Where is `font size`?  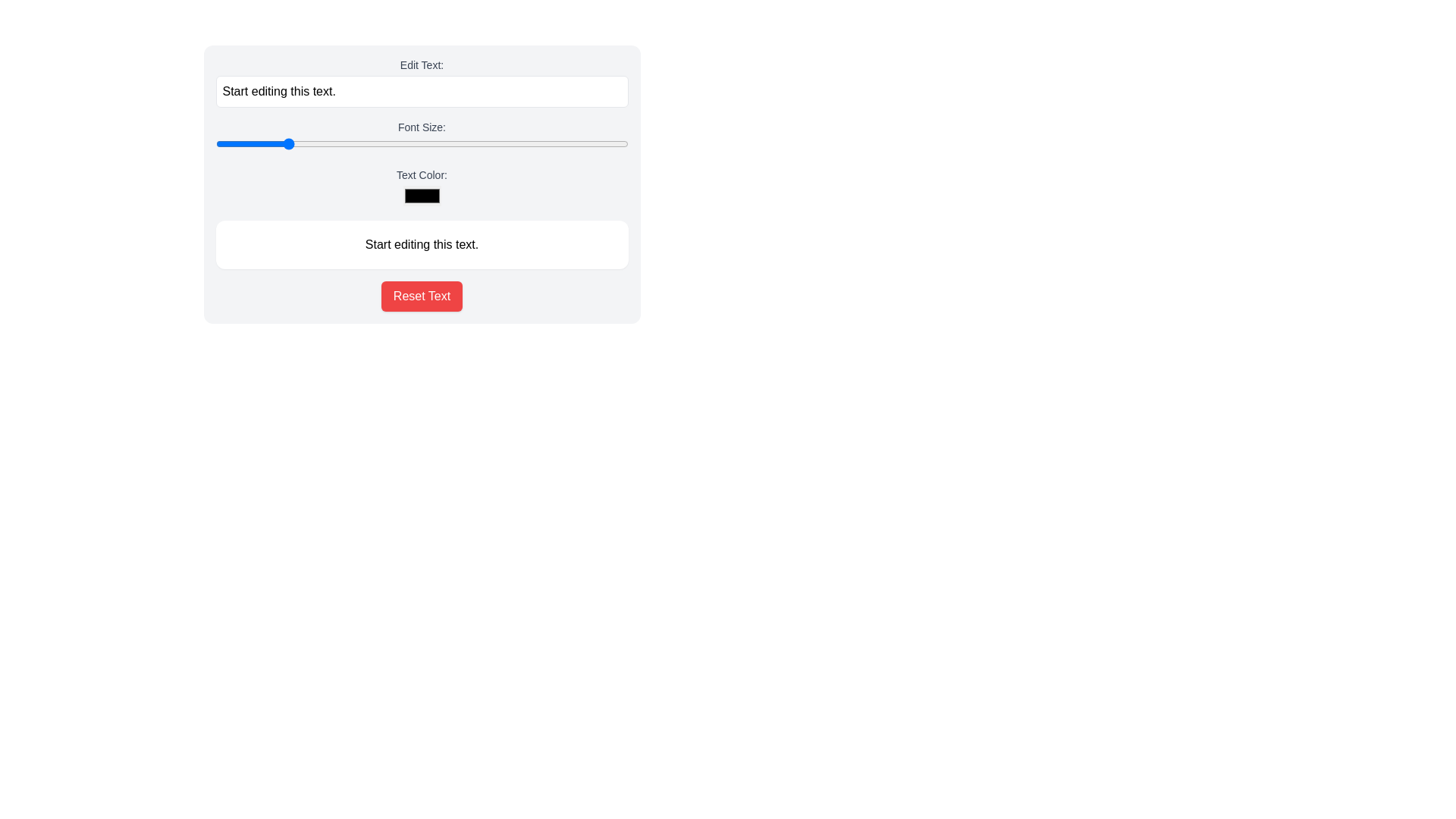
font size is located at coordinates (610, 143).